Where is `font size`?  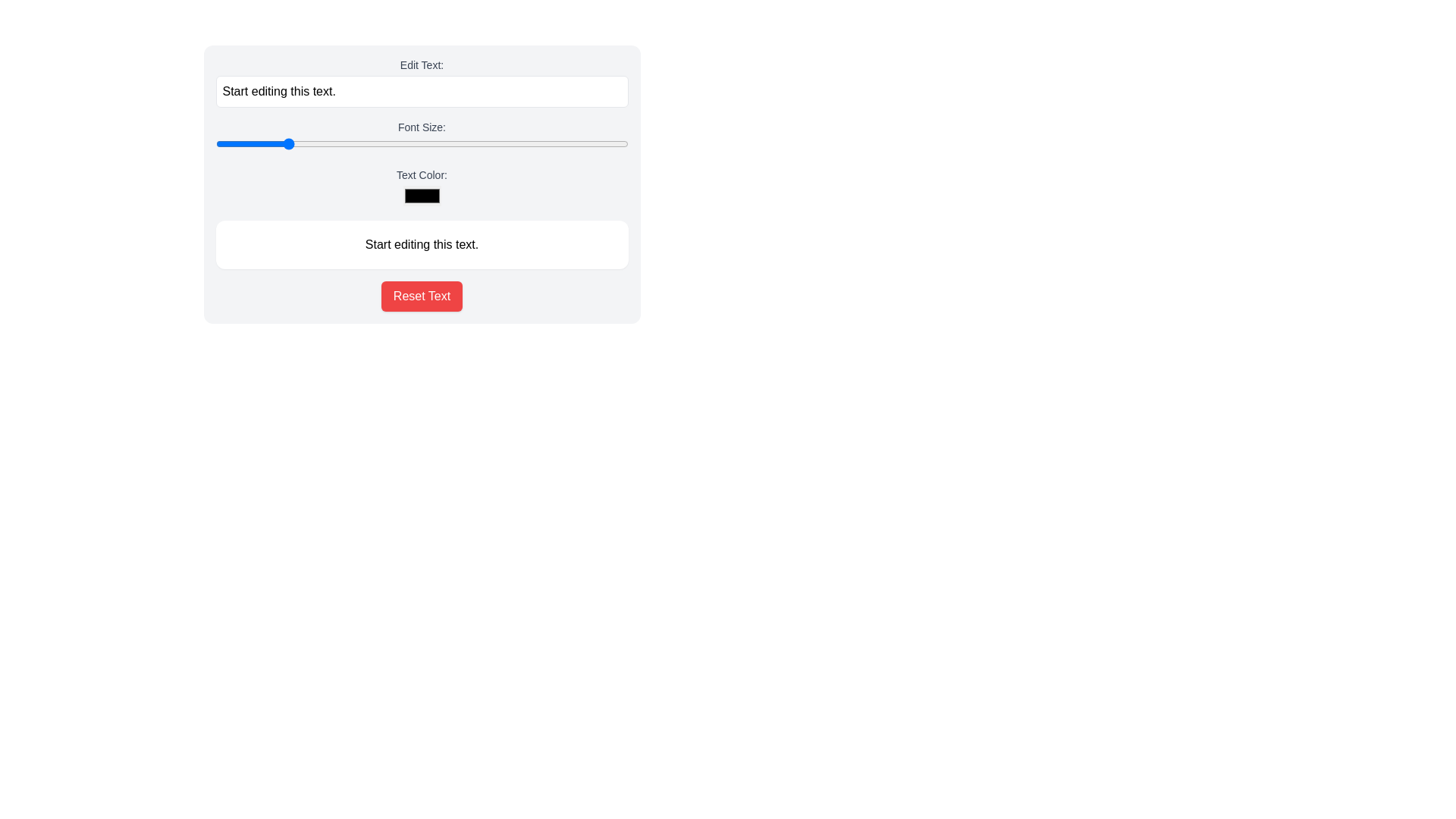
font size is located at coordinates (610, 143).